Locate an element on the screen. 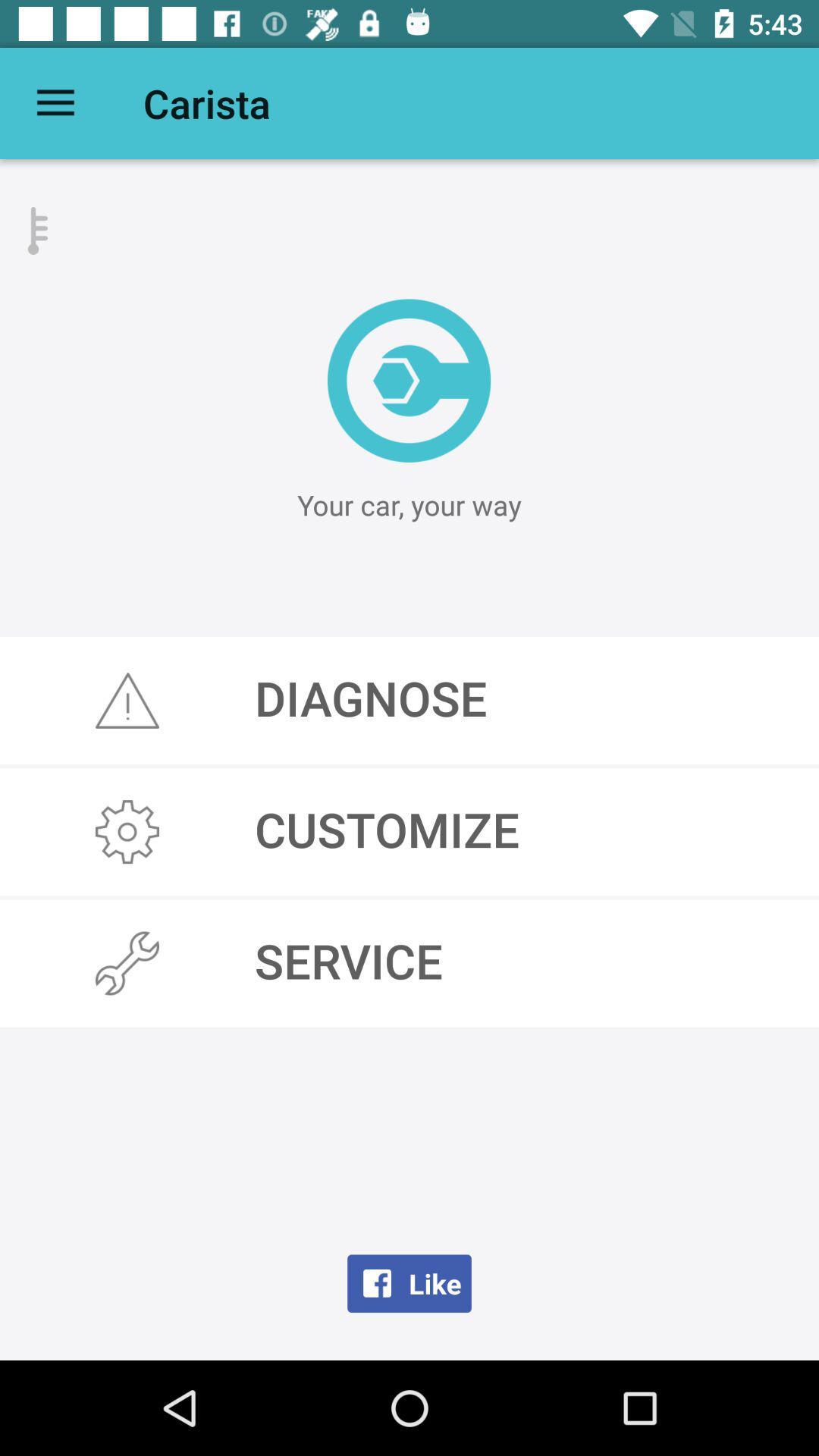 The width and height of the screenshot is (819, 1456). the item to the left of carista is located at coordinates (55, 102).